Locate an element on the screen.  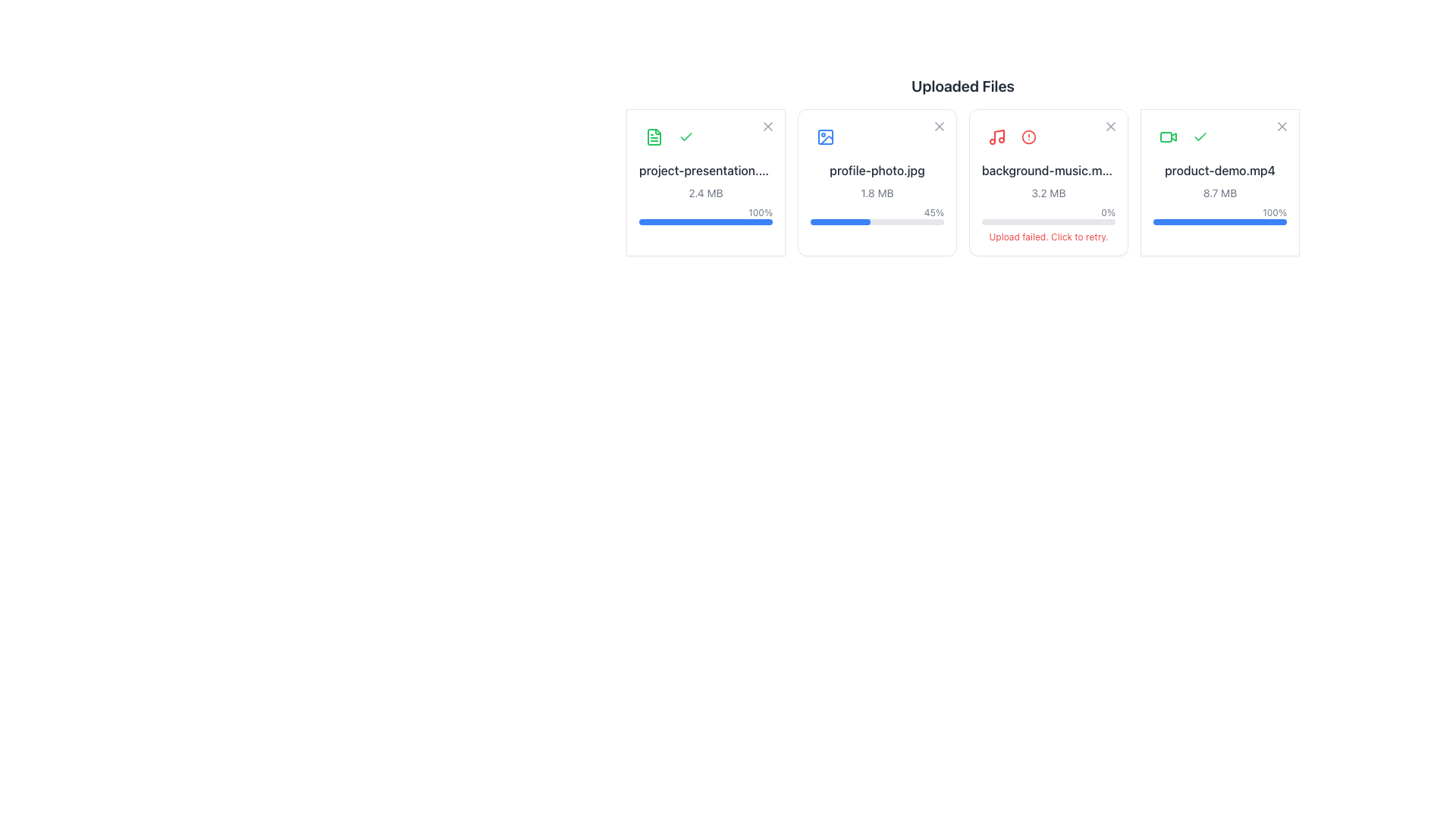
the upload progress for 'profile-photo.jpg' is located at coordinates (876, 222).